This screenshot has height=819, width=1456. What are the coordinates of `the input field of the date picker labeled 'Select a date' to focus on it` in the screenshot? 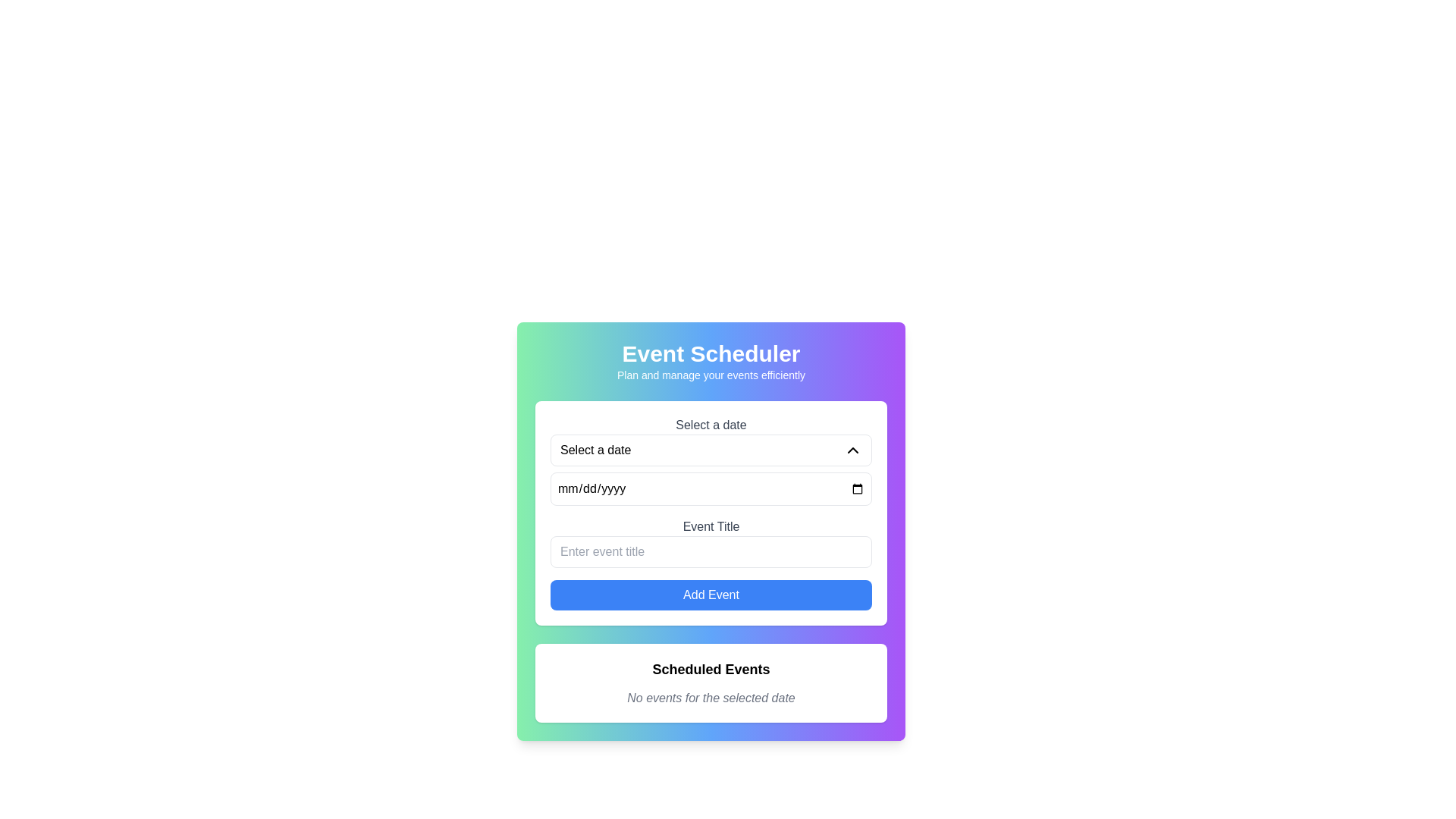 It's located at (710, 460).